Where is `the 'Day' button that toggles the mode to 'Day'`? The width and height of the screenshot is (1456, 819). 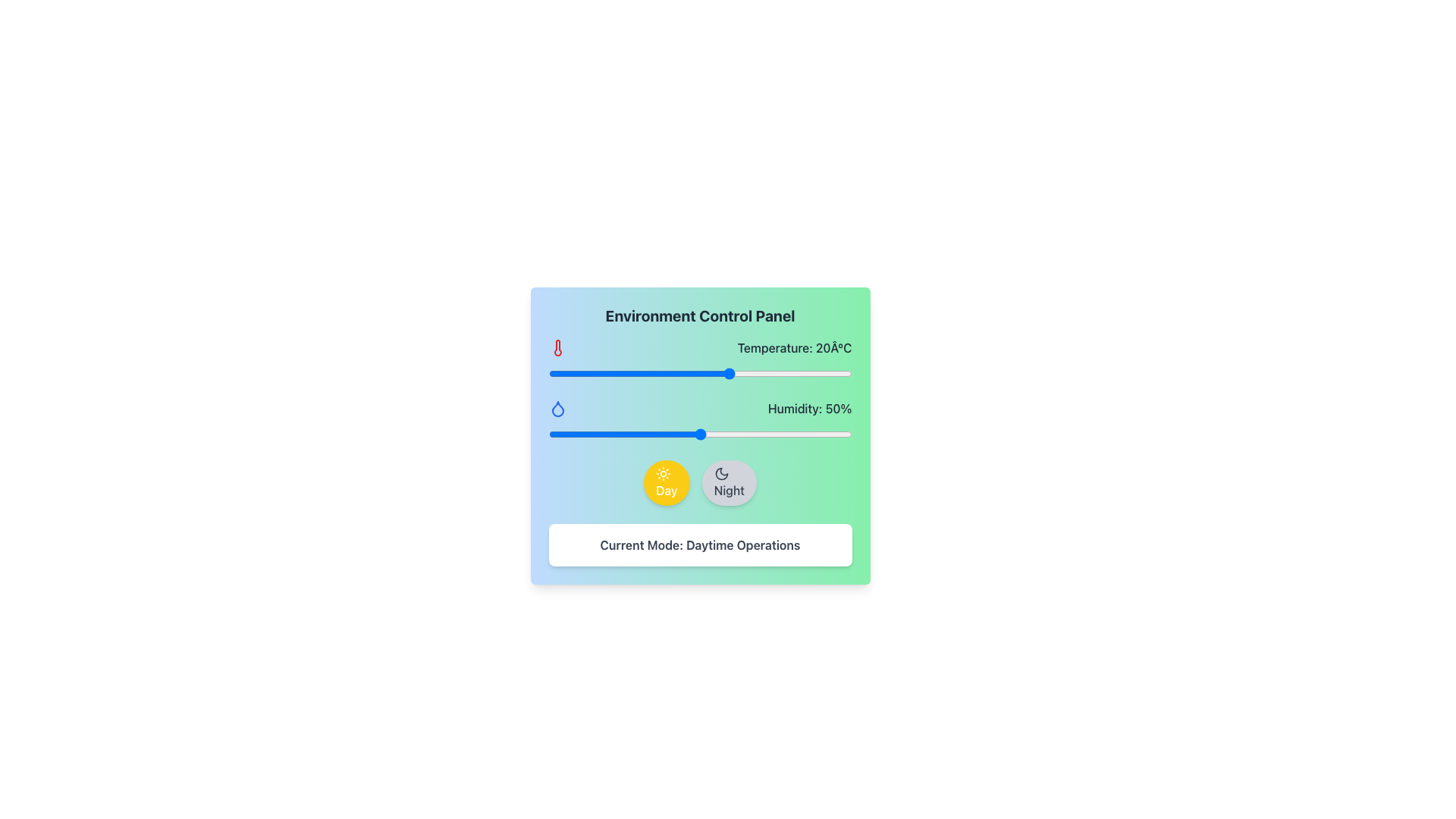
the 'Day' button that toggles the mode to 'Day' is located at coordinates (667, 482).